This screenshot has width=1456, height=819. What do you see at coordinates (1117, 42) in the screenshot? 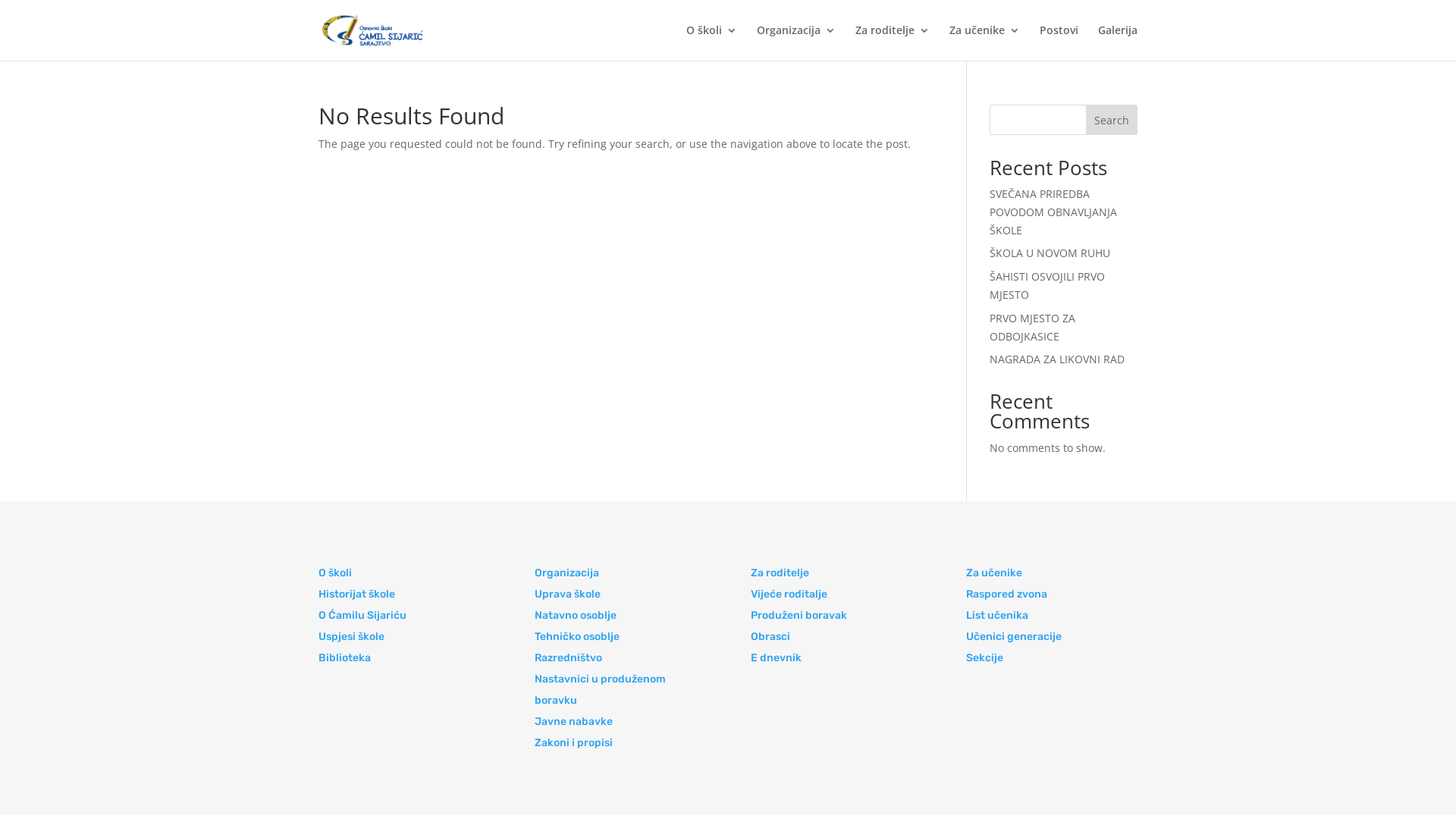
I see `'Galerija'` at bounding box center [1117, 42].